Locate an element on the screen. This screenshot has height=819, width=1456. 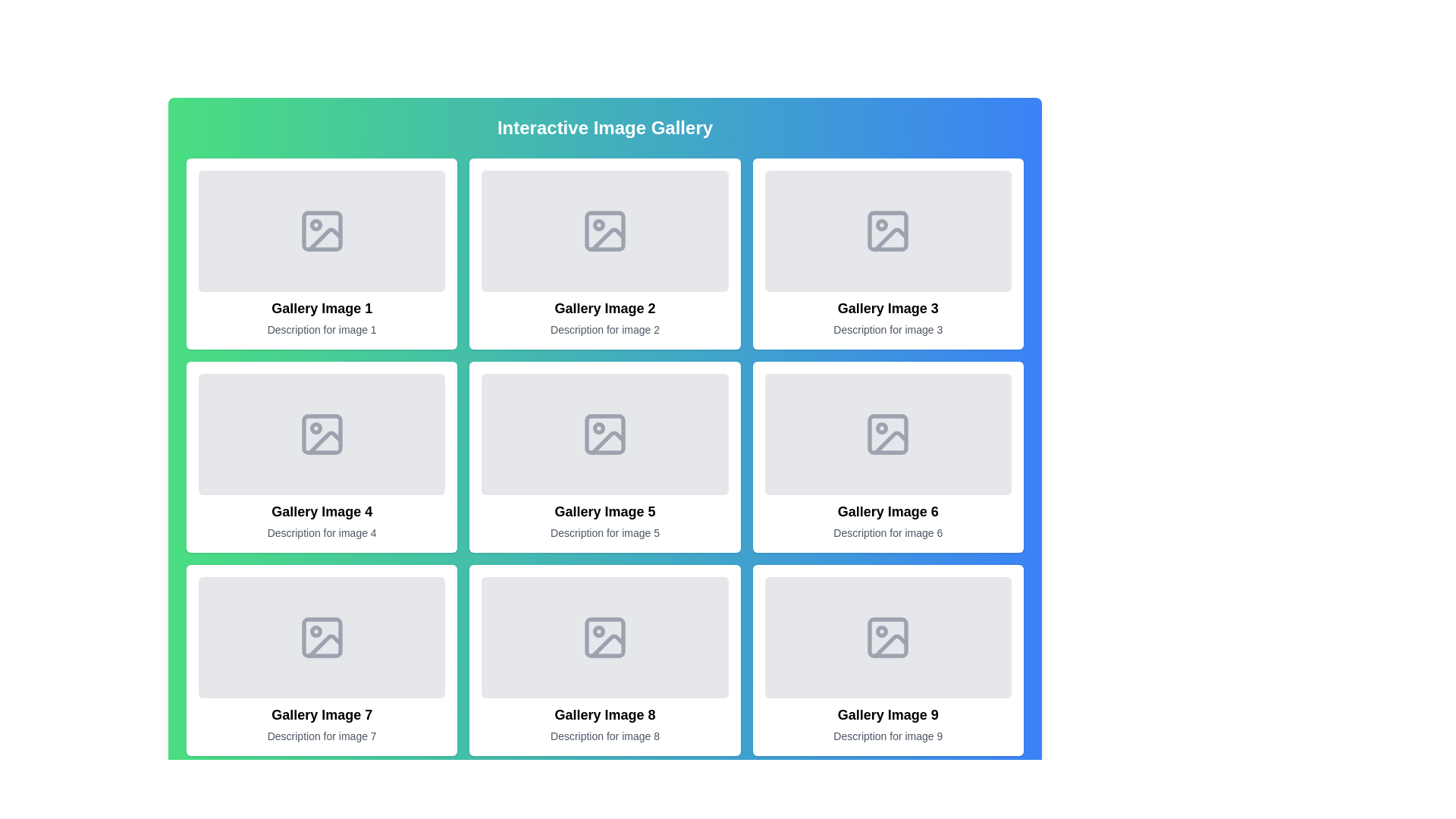
the text label styled in small gray font that reads 'Description for image 9', located beneath the 'Gallery Image 9' title in the ninth box of a 3x3 grid layout is located at coordinates (888, 736).